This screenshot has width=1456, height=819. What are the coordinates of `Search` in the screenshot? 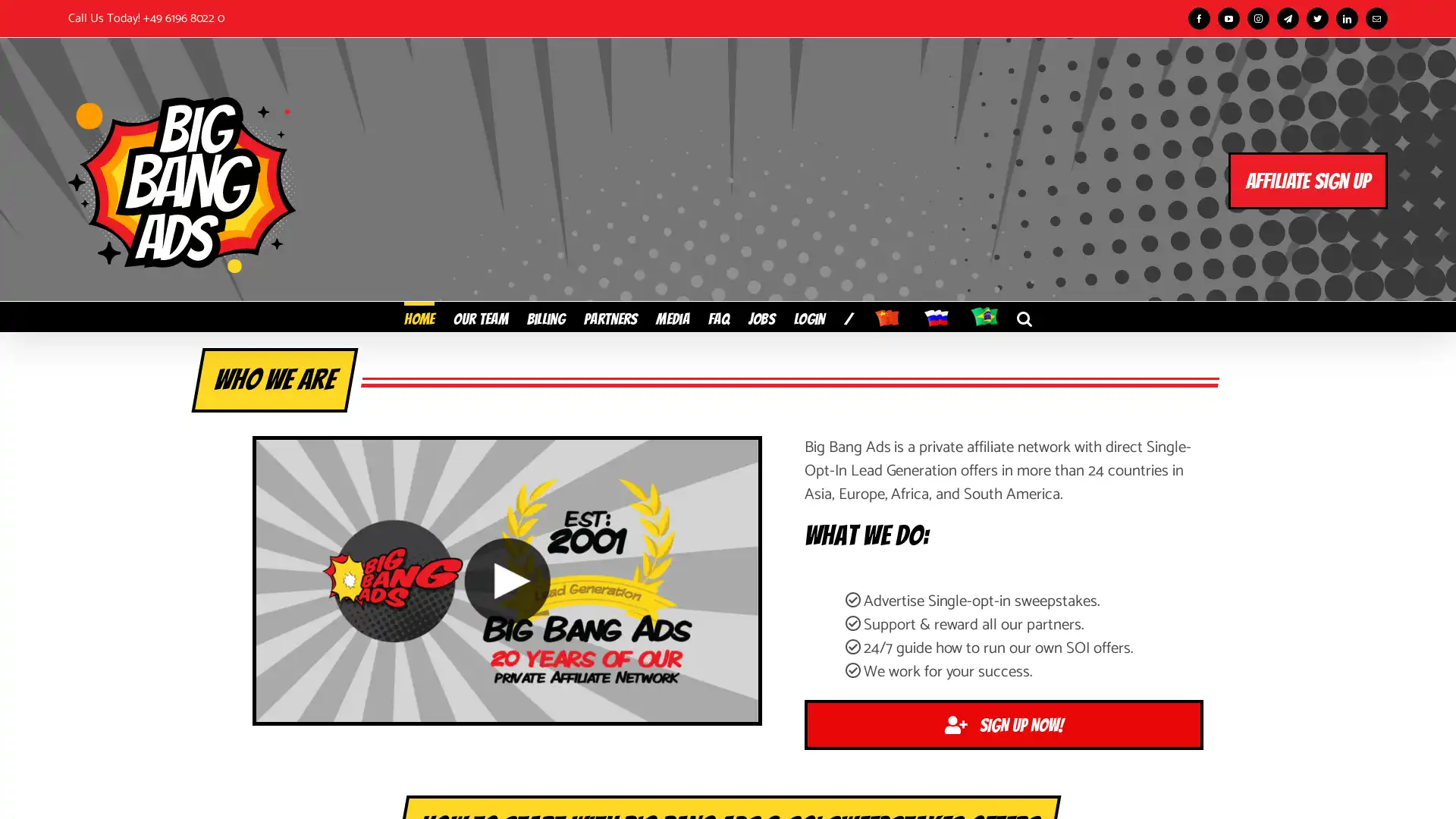 It's located at (1024, 315).